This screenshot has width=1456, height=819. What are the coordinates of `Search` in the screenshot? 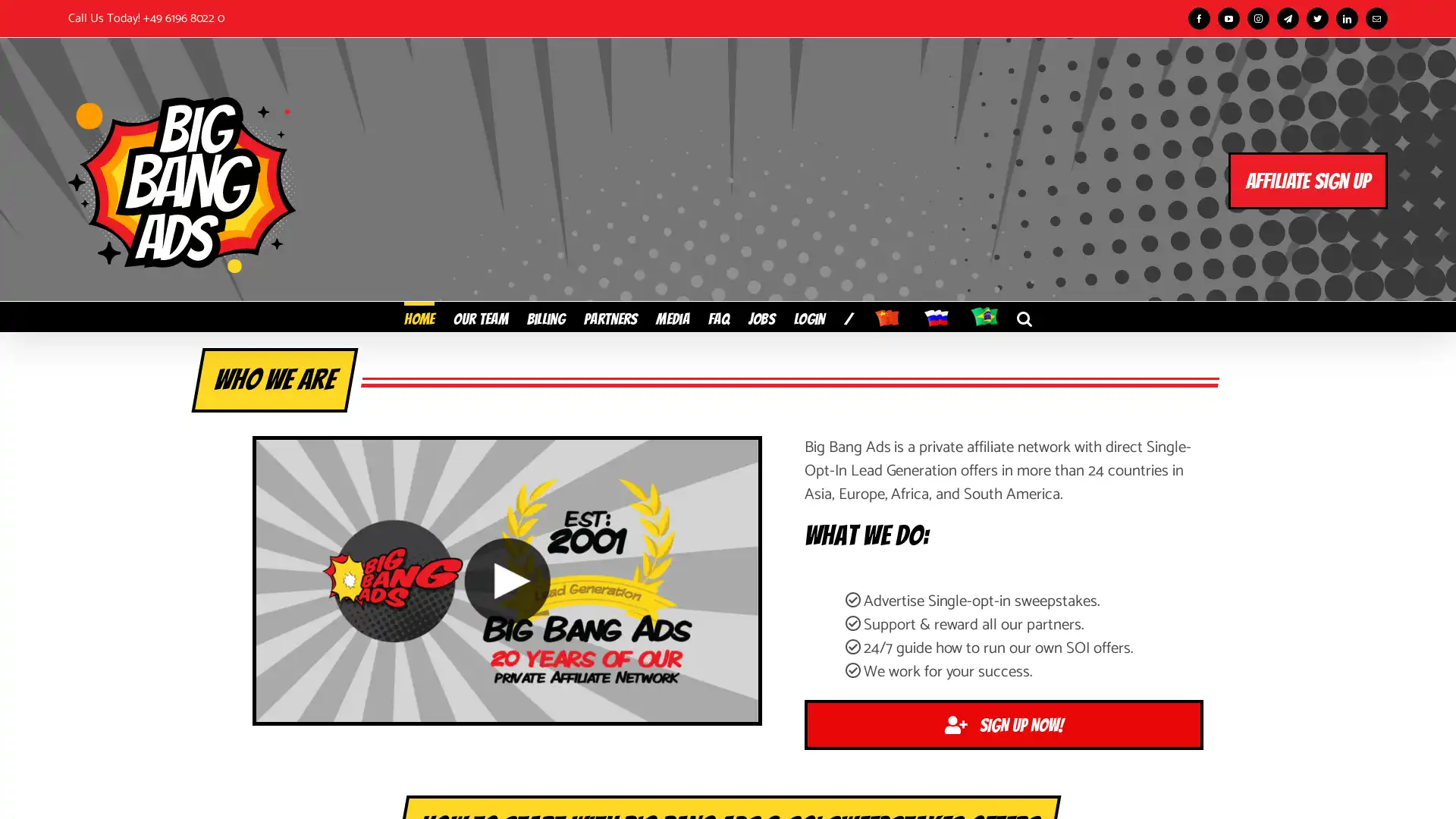 It's located at (1024, 315).